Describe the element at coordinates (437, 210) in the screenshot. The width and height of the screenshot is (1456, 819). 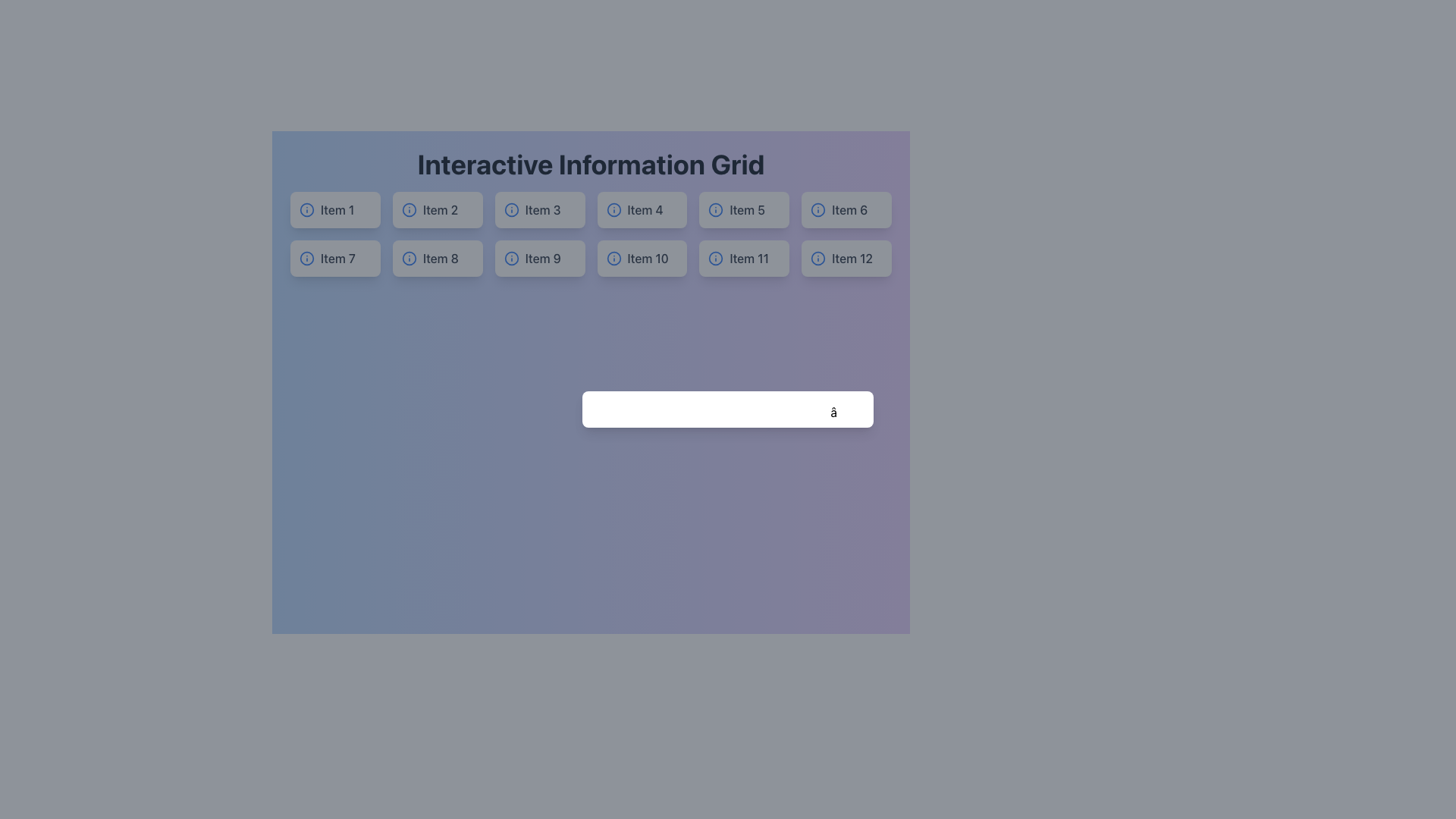
I see `the interactive button related to 'Item 2'` at that location.